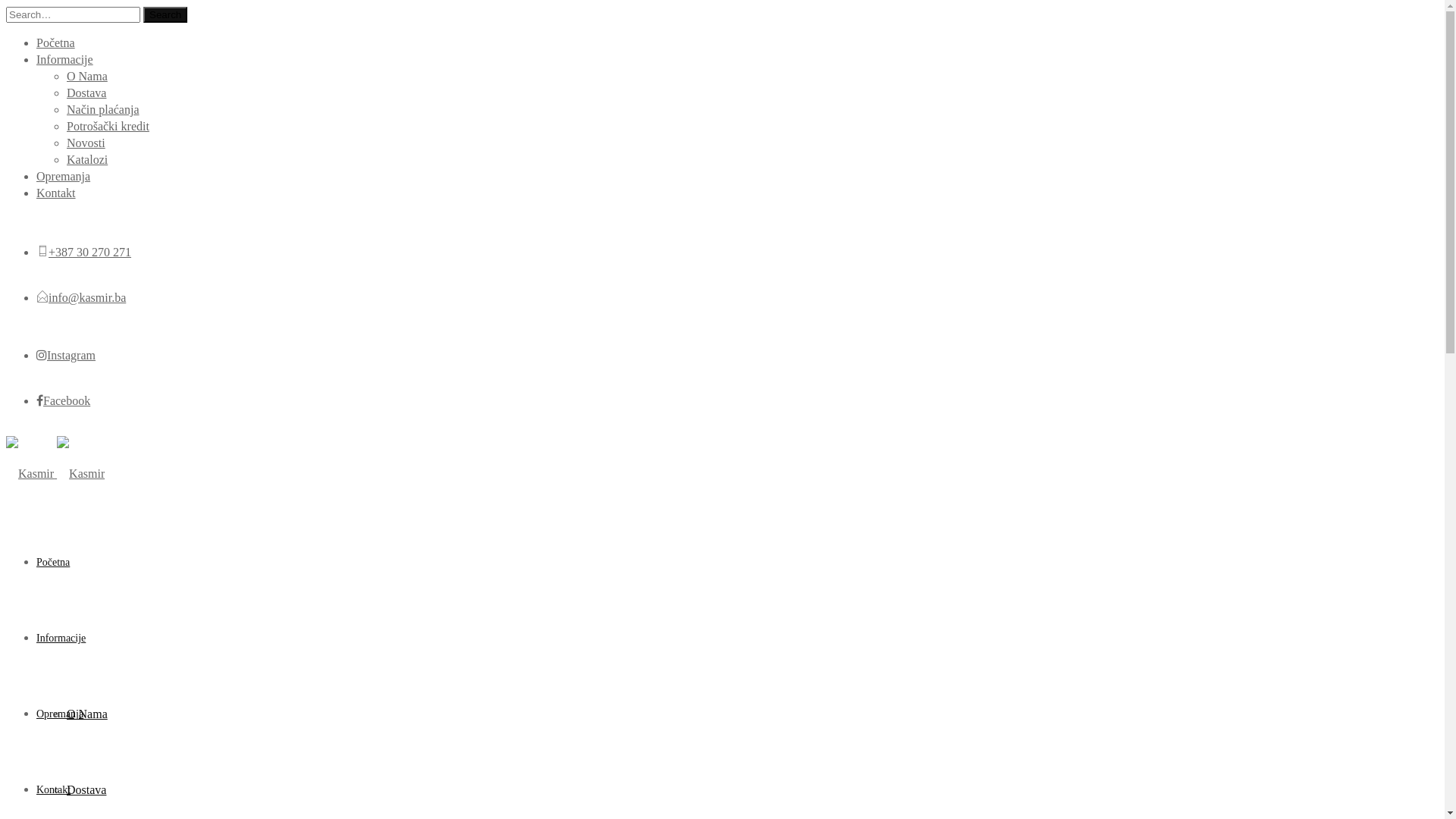 This screenshot has height=819, width=1456. Describe the element at coordinates (61, 638) in the screenshot. I see `'Informacije'` at that location.